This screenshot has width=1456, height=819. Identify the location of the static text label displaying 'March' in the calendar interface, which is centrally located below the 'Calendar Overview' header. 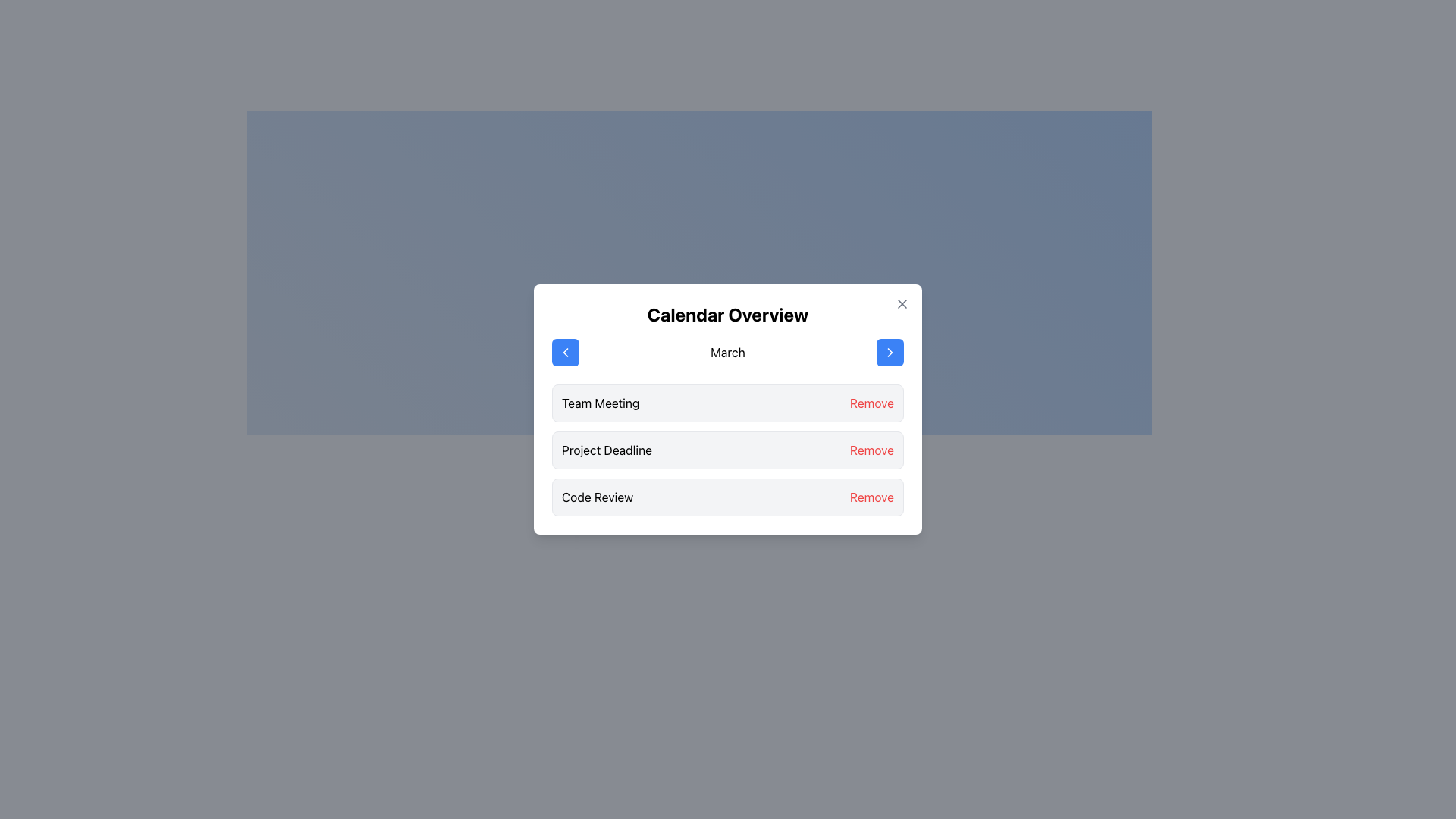
(728, 353).